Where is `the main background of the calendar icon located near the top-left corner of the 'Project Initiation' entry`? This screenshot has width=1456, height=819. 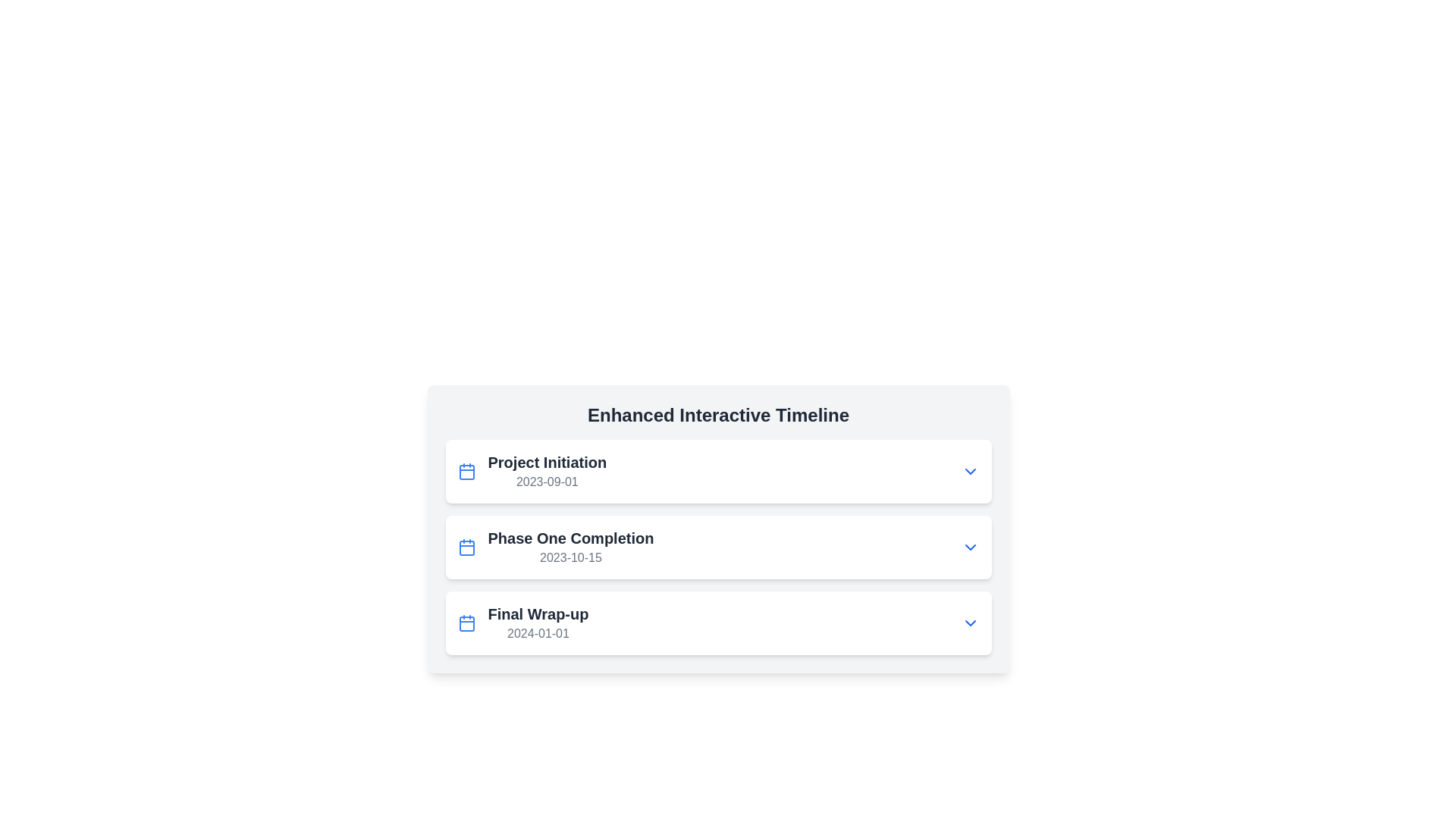
the main background of the calendar icon located near the top-left corner of the 'Project Initiation' entry is located at coordinates (466, 472).